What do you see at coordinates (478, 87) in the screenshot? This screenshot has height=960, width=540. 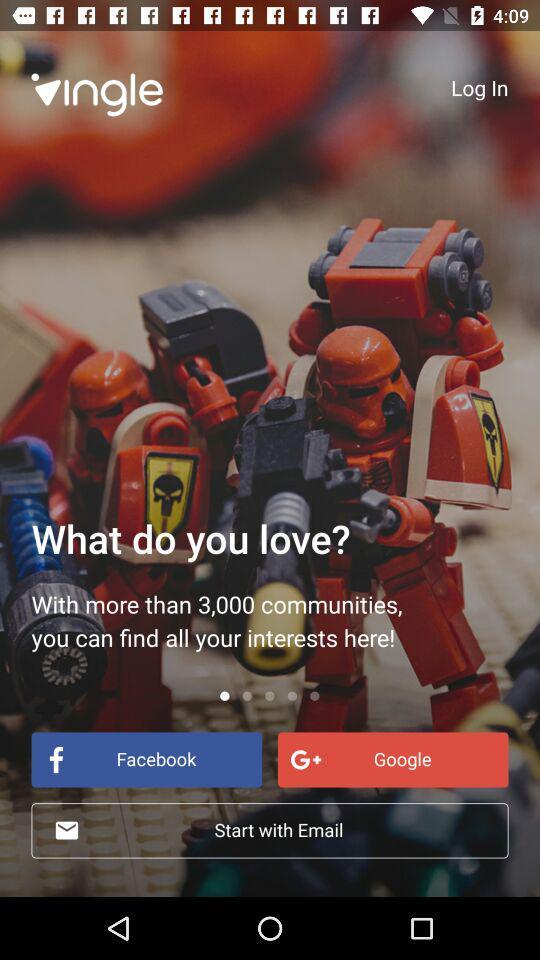 I see `the log in icon` at bounding box center [478, 87].